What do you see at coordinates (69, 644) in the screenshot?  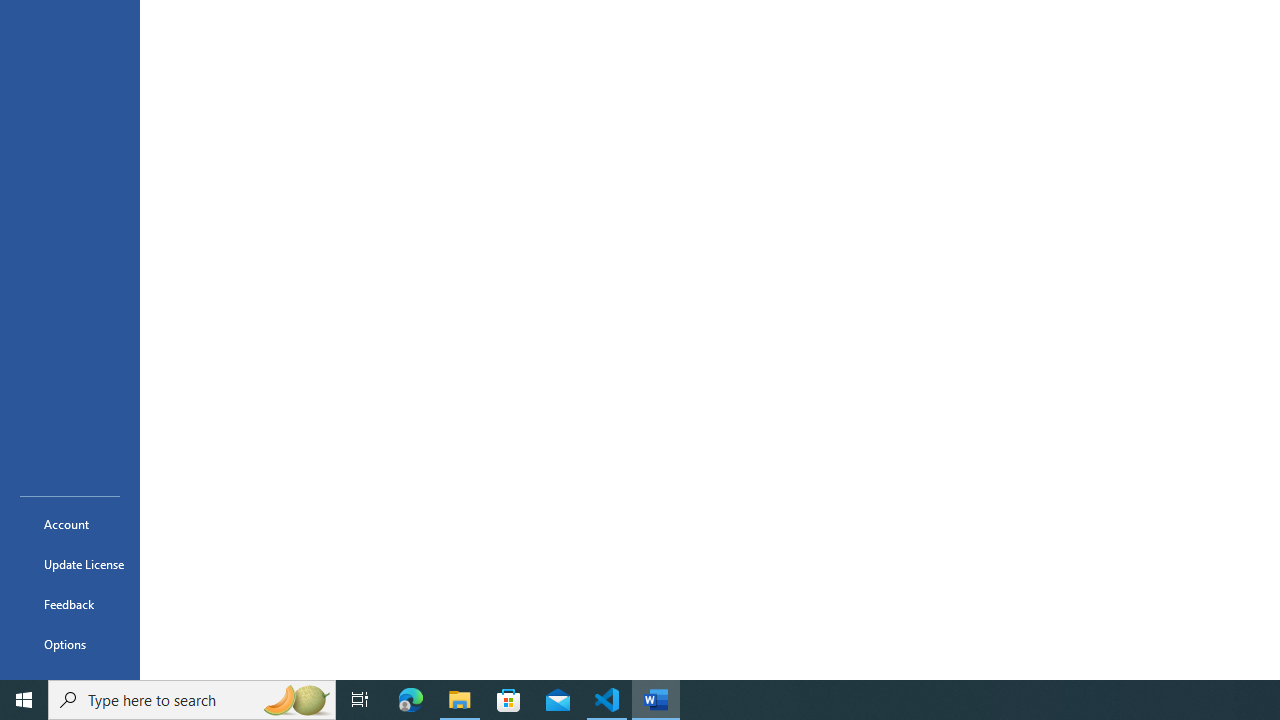 I see `'Options'` at bounding box center [69, 644].